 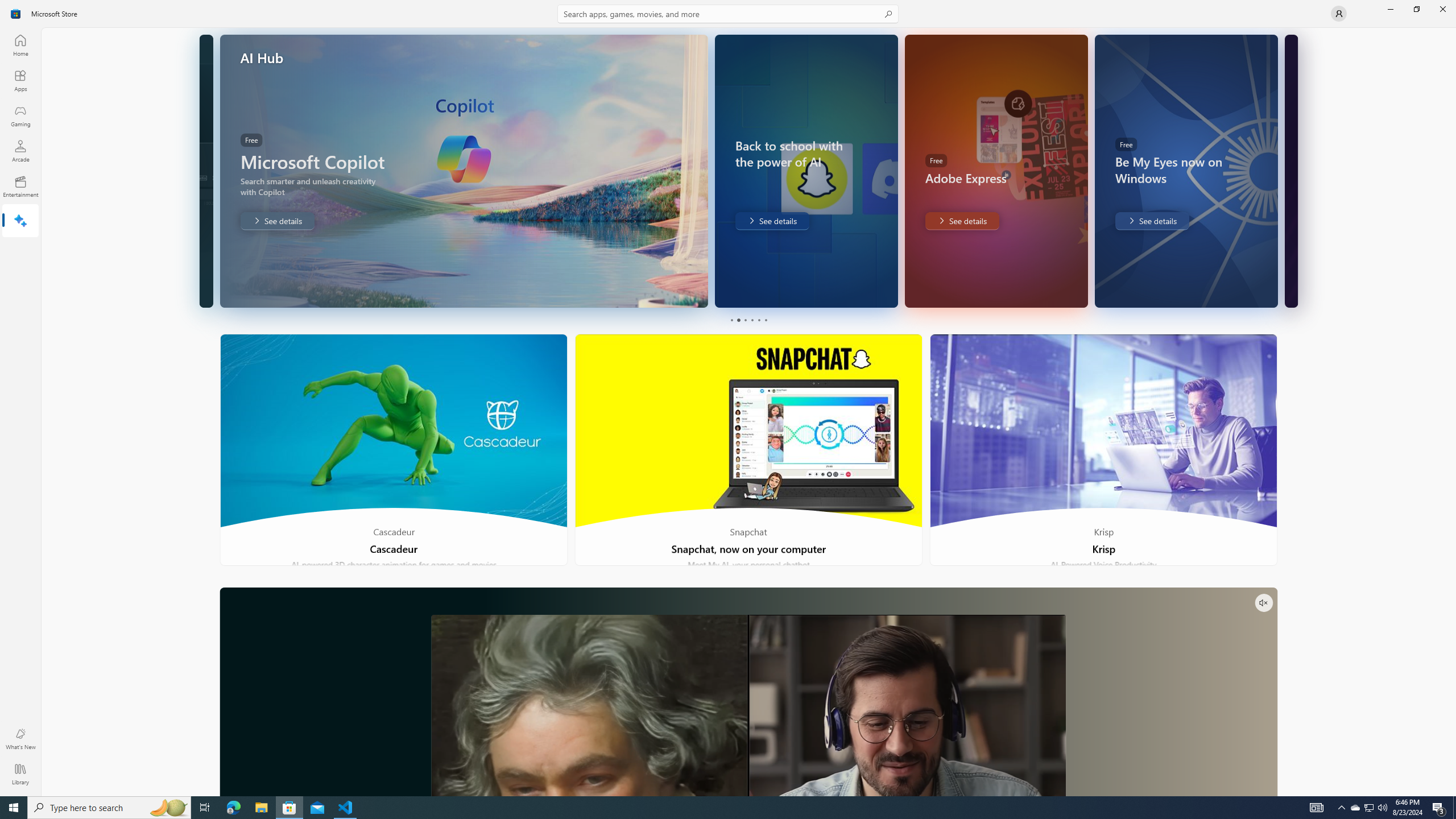 What do you see at coordinates (1263, 602) in the screenshot?
I see `'Unmute'` at bounding box center [1263, 602].